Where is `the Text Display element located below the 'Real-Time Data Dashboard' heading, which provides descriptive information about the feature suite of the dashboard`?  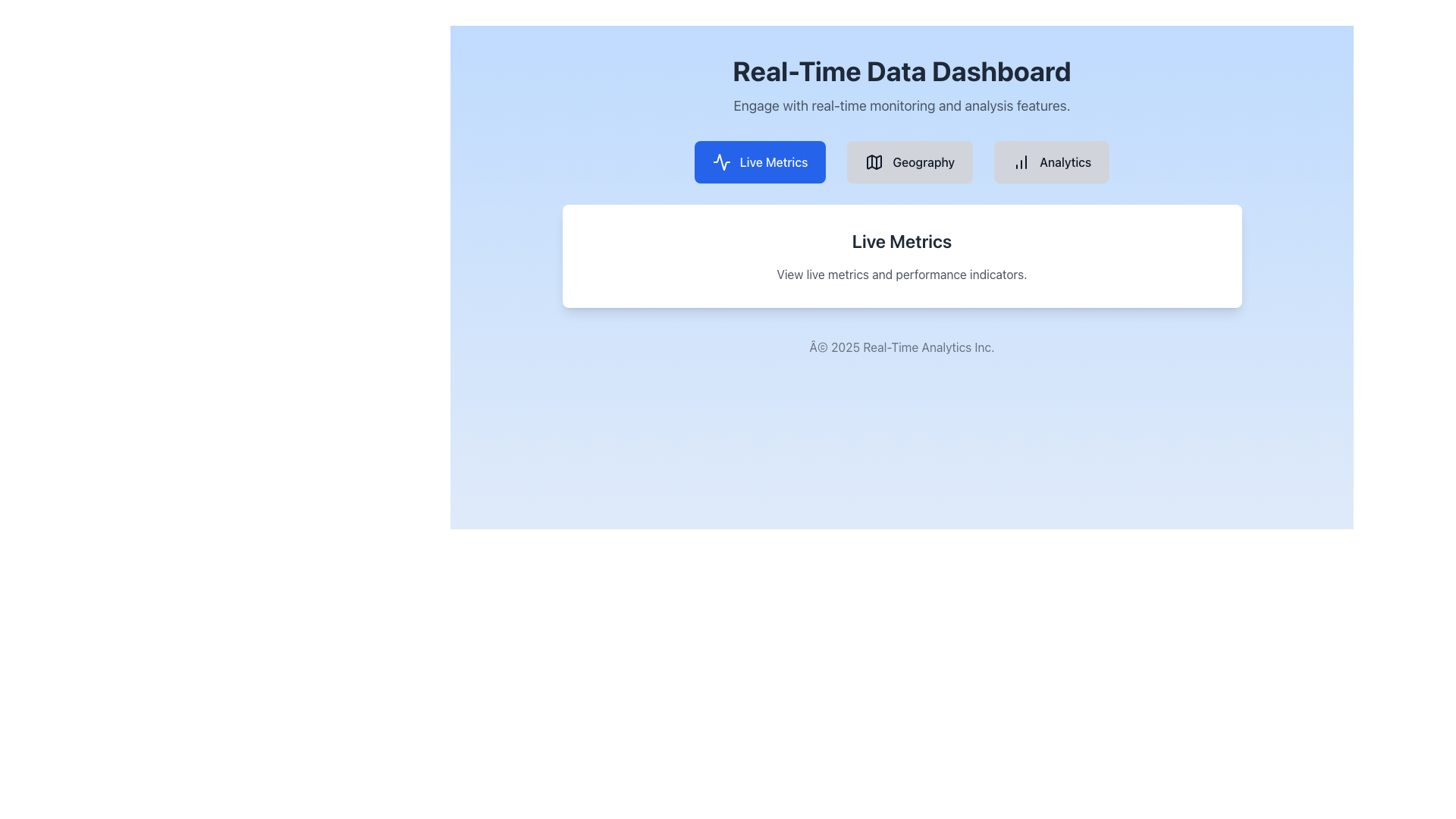
the Text Display element located below the 'Real-Time Data Dashboard' heading, which provides descriptive information about the feature suite of the dashboard is located at coordinates (902, 105).